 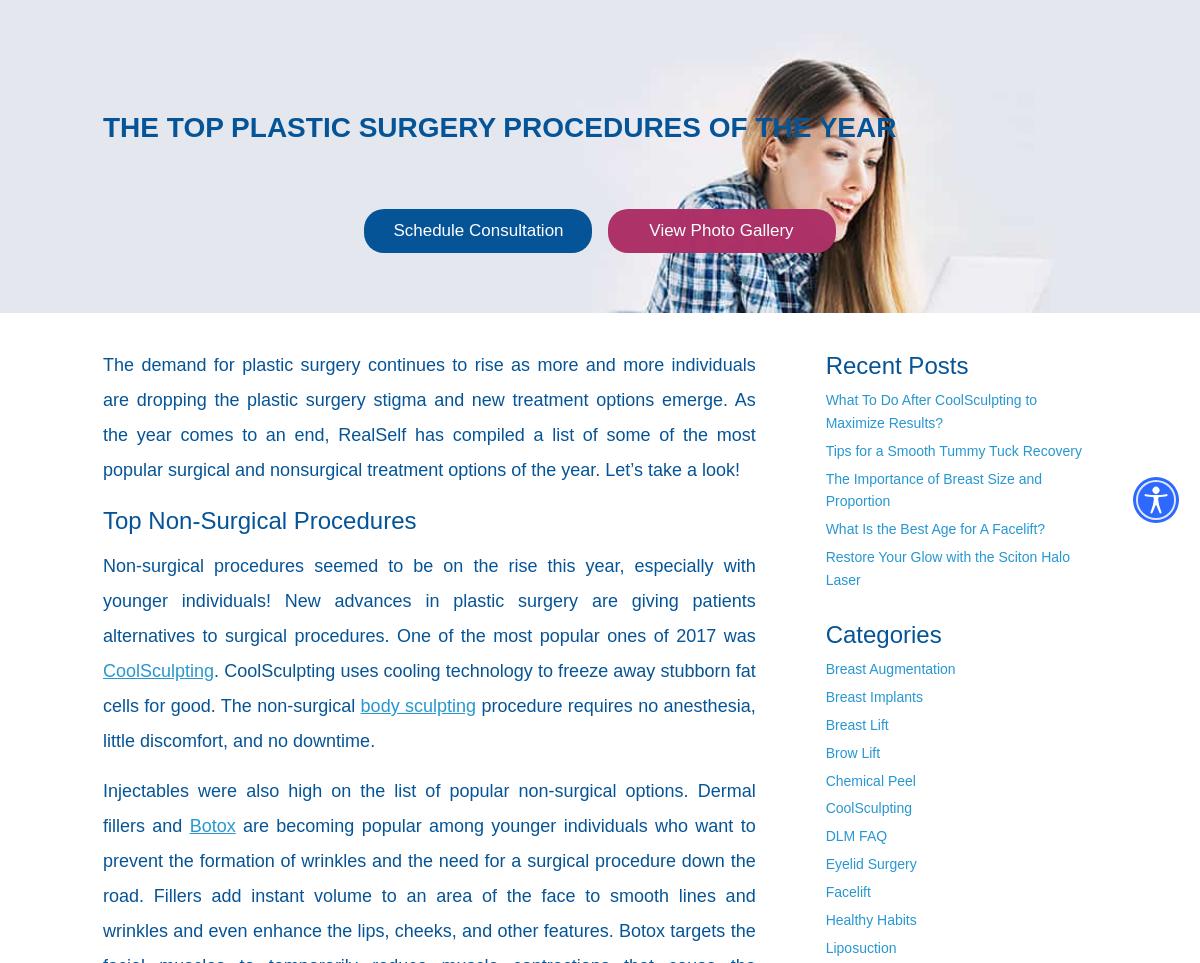 What do you see at coordinates (824, 835) in the screenshot?
I see `'DLM FAQ'` at bounding box center [824, 835].